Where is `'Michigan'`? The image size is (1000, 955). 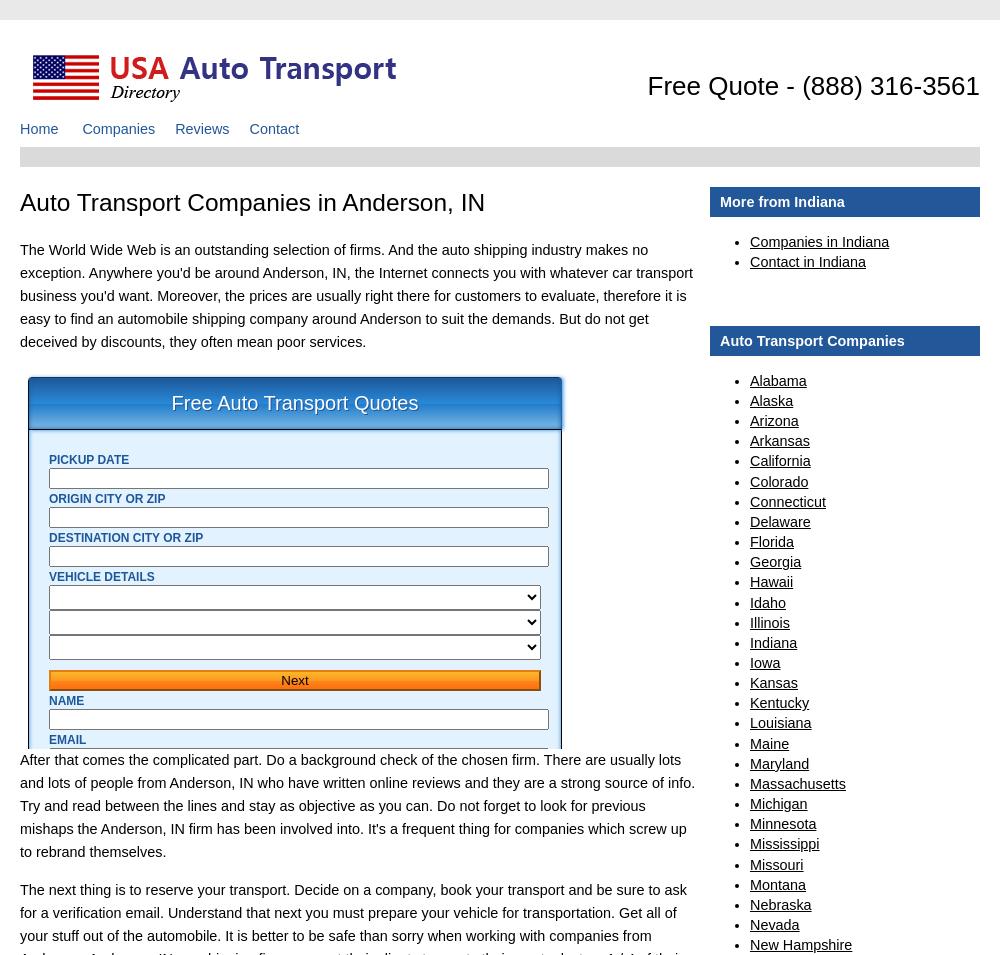
'Michigan' is located at coordinates (778, 804).